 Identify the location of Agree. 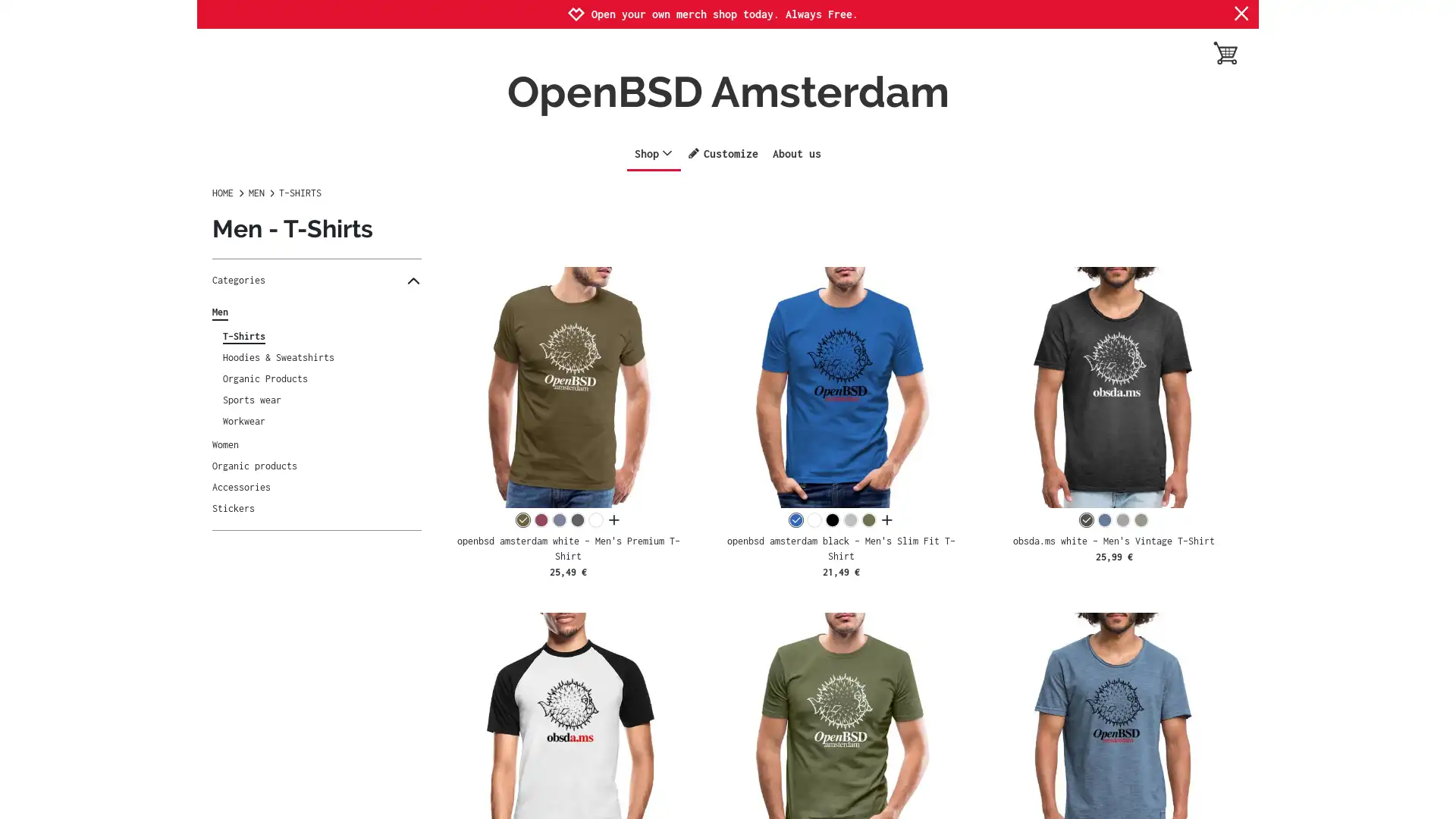
(1084, 730).